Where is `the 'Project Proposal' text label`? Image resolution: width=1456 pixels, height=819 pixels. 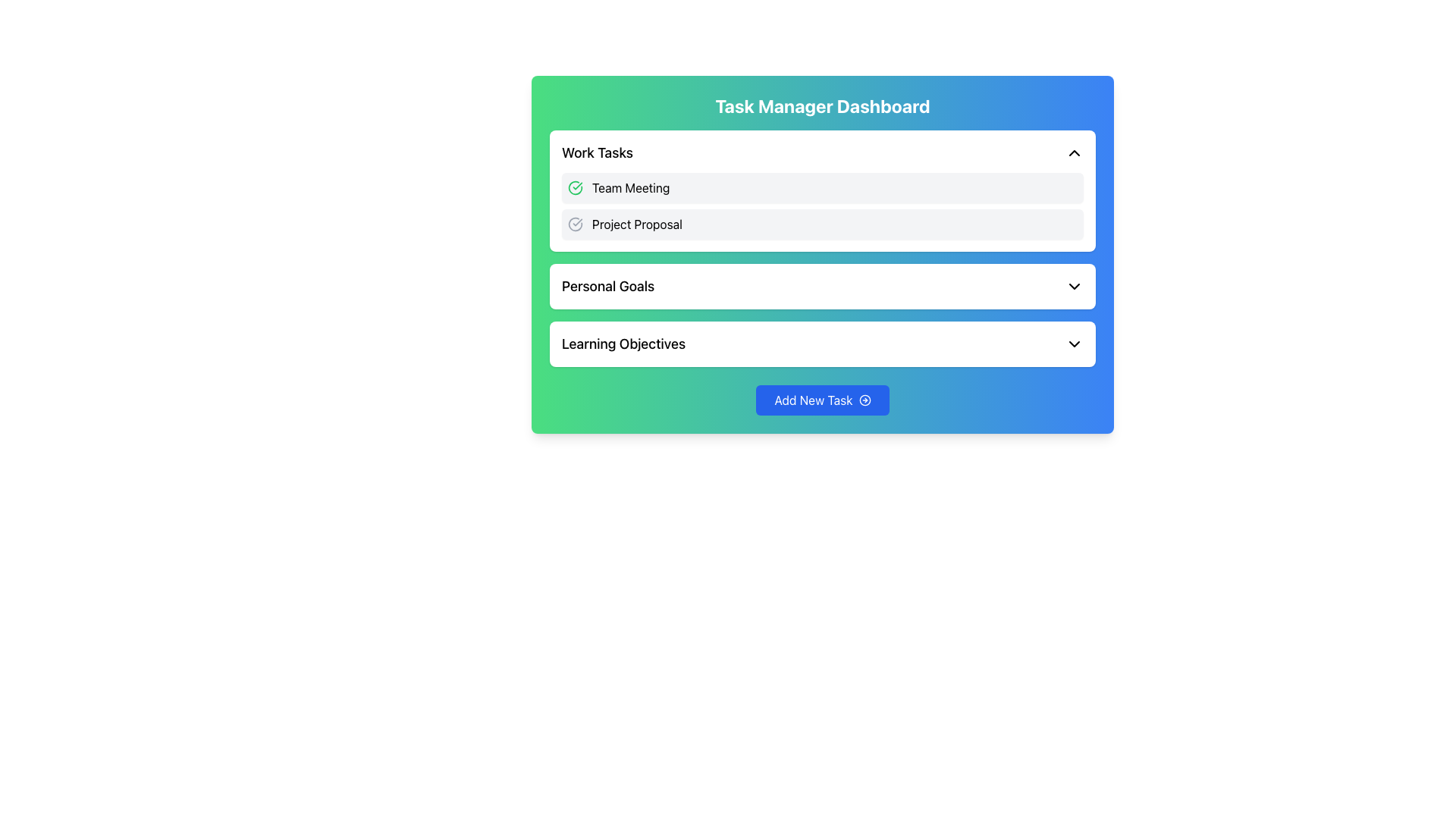
the 'Project Proposal' text label is located at coordinates (637, 224).